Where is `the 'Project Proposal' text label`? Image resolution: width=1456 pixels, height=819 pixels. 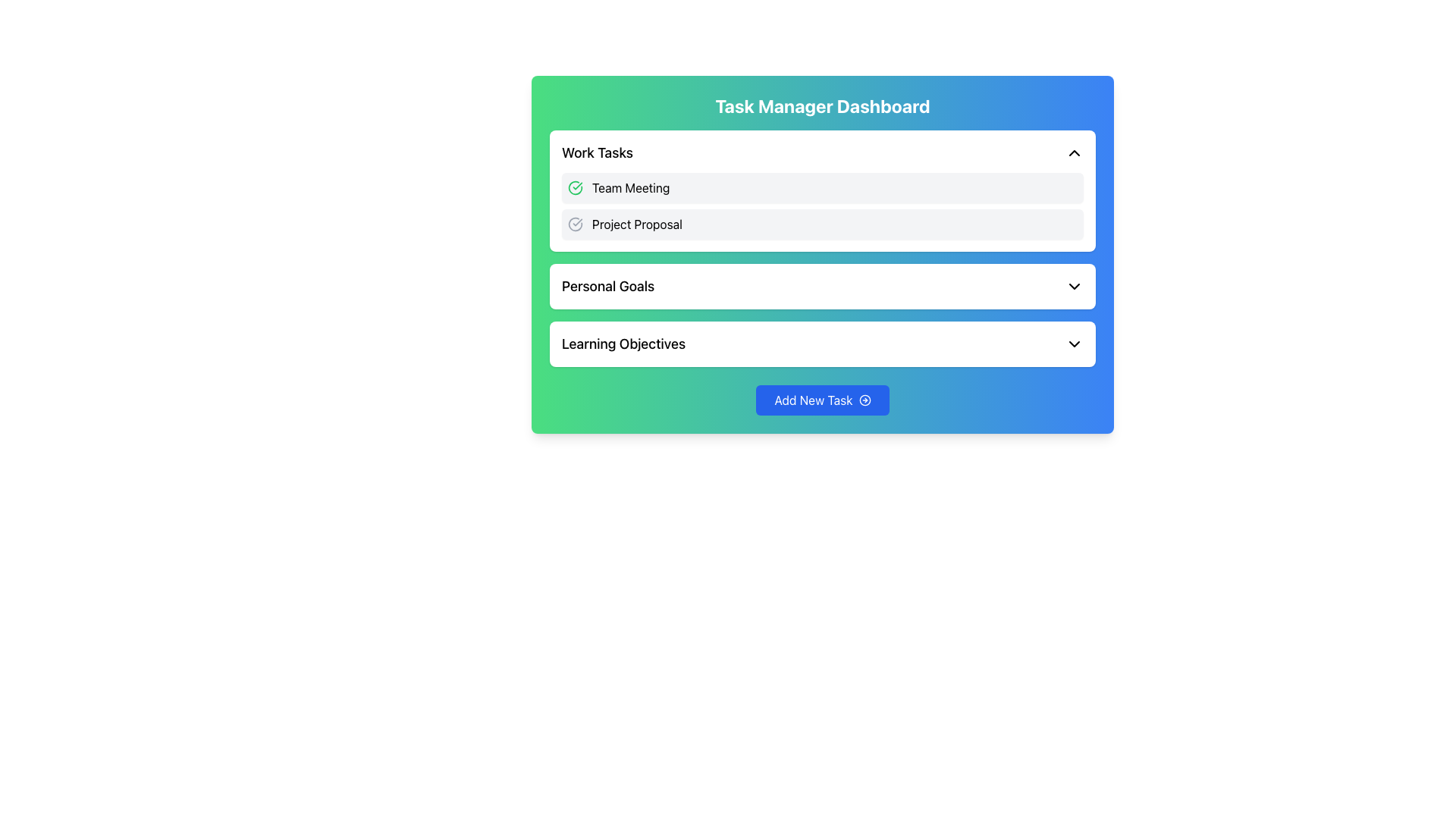
the 'Project Proposal' text label is located at coordinates (637, 224).